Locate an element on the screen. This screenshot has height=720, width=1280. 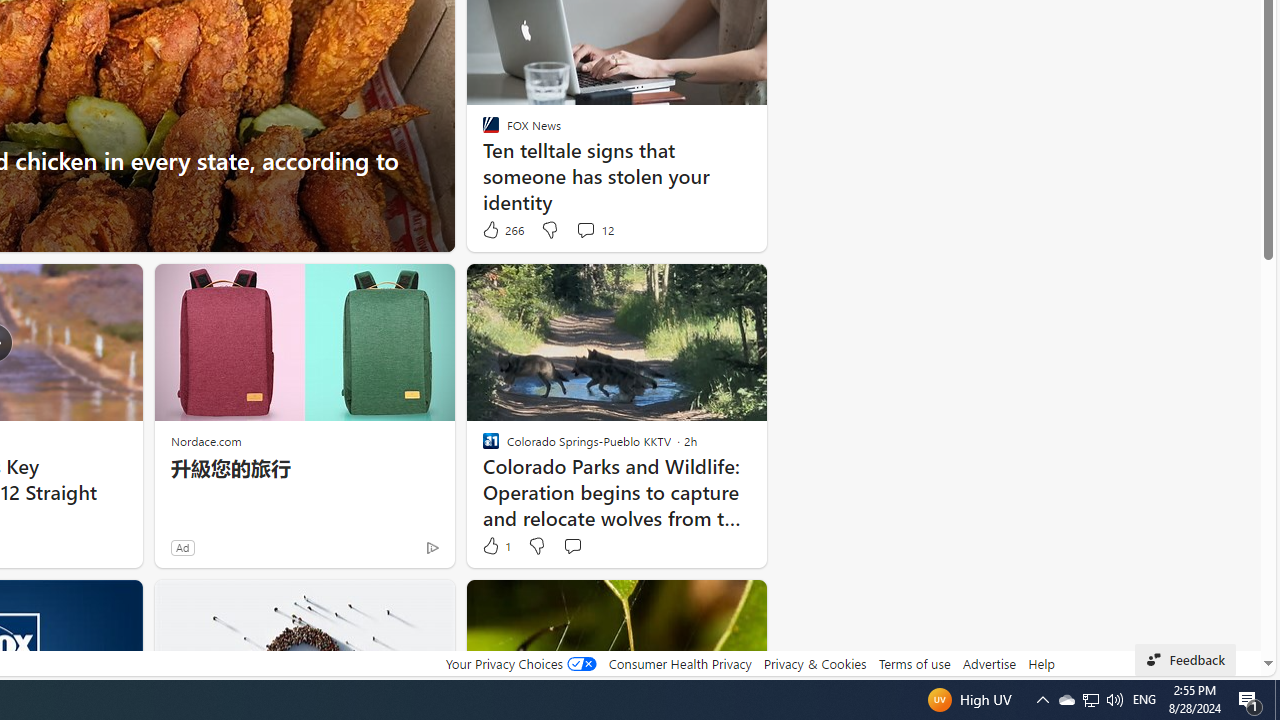
'Consumer Health Privacy' is located at coordinates (680, 663).